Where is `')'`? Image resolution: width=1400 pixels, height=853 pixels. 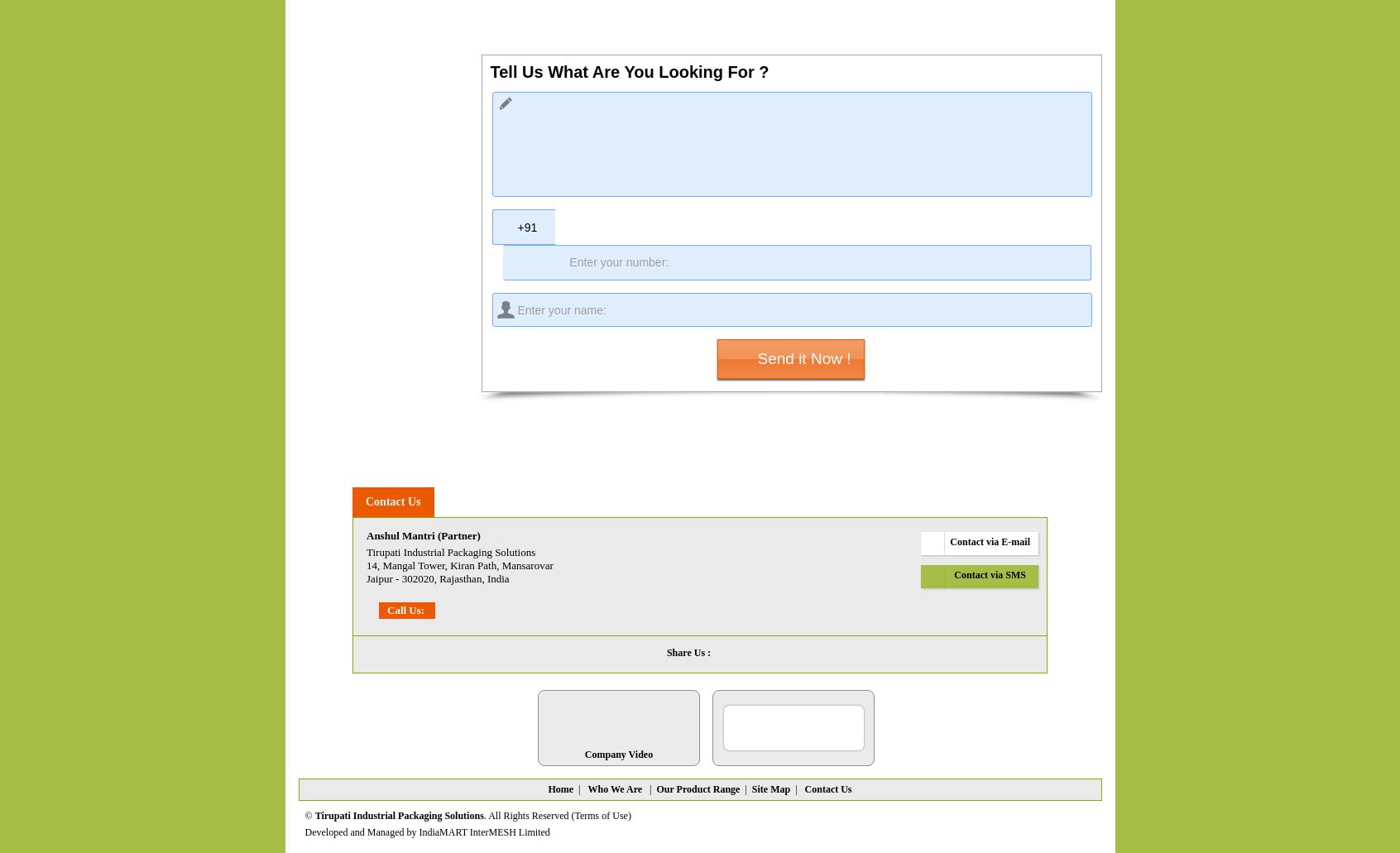
')' is located at coordinates (628, 815).